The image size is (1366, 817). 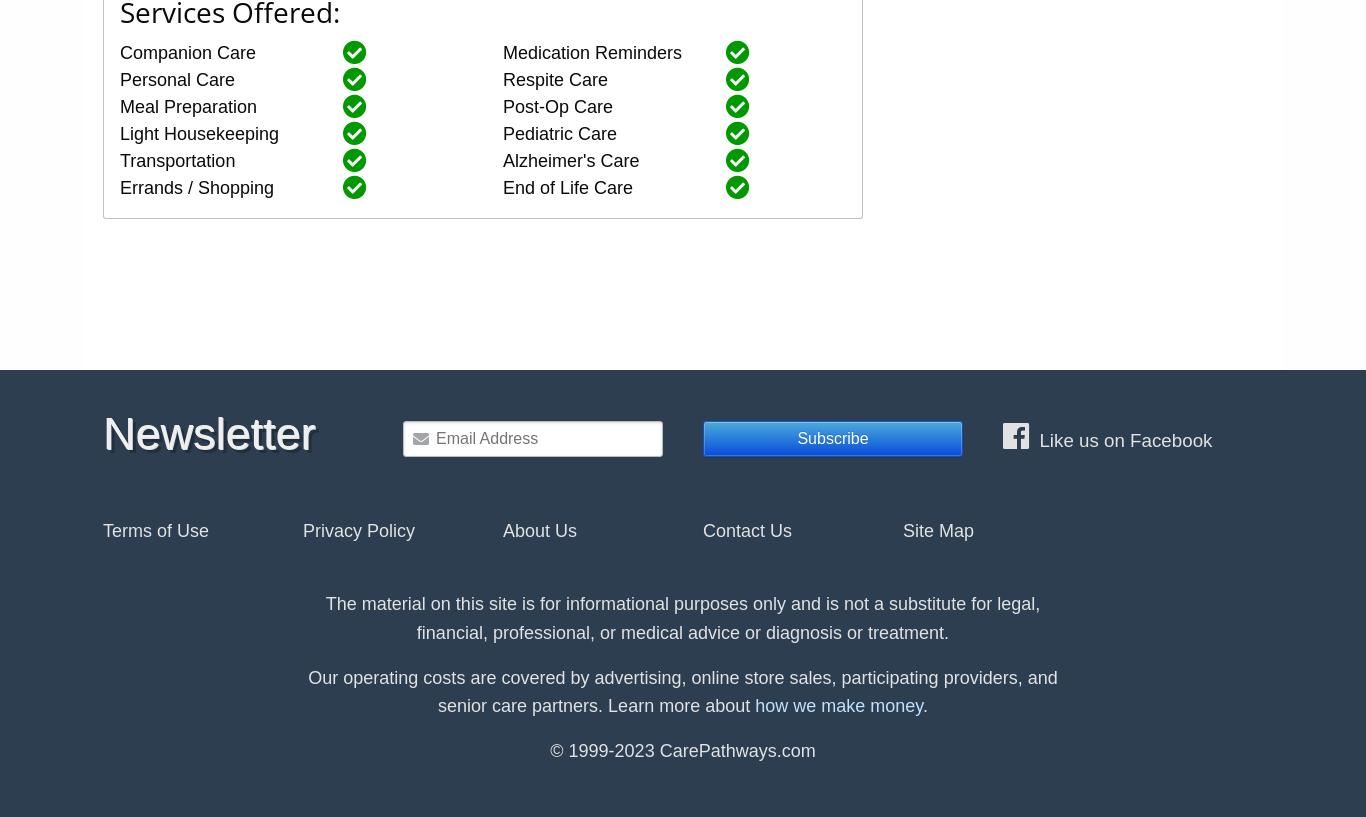 What do you see at coordinates (539, 528) in the screenshot?
I see `'About Us'` at bounding box center [539, 528].